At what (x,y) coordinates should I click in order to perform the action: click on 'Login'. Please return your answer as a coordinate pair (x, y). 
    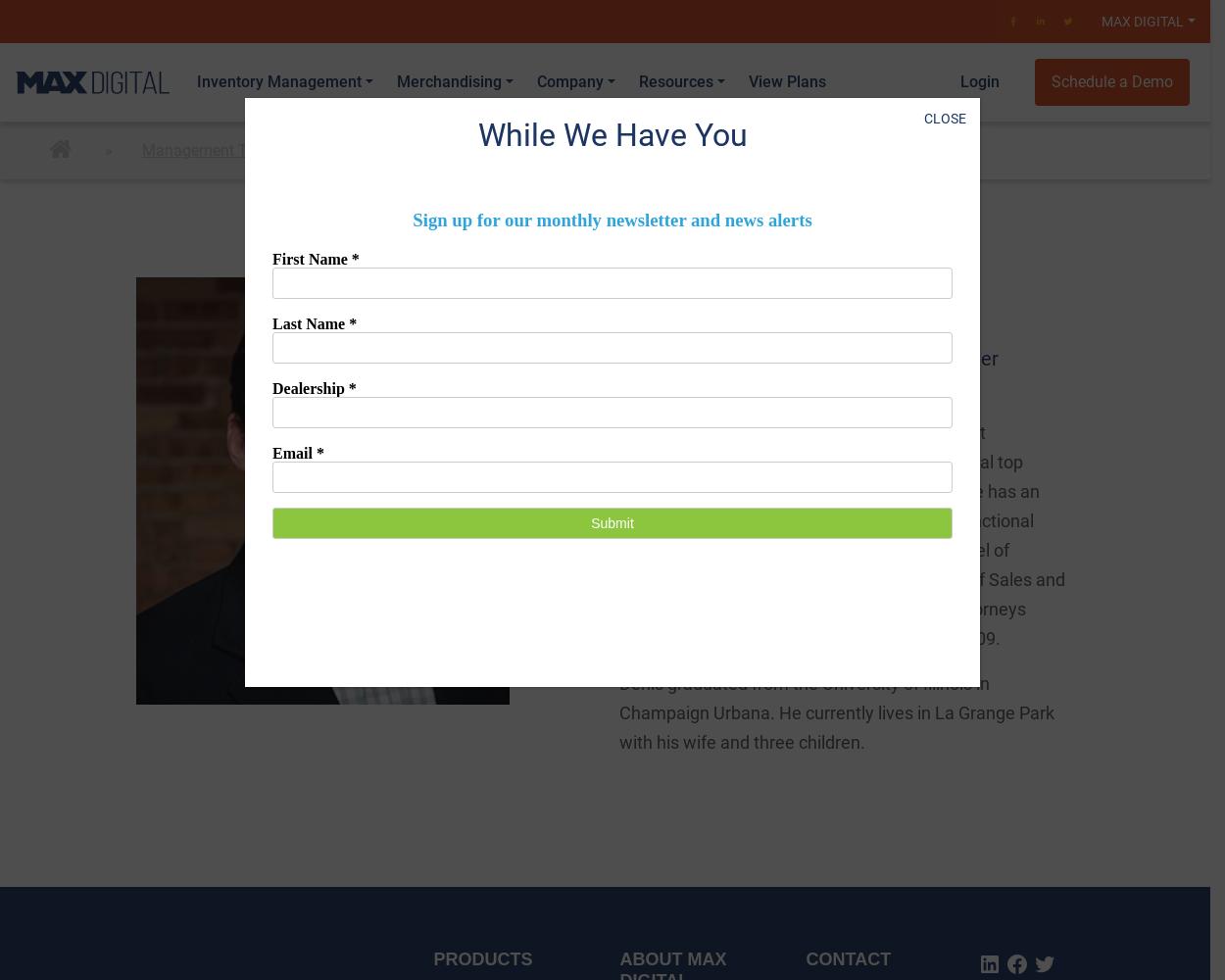
    Looking at the image, I should click on (959, 80).